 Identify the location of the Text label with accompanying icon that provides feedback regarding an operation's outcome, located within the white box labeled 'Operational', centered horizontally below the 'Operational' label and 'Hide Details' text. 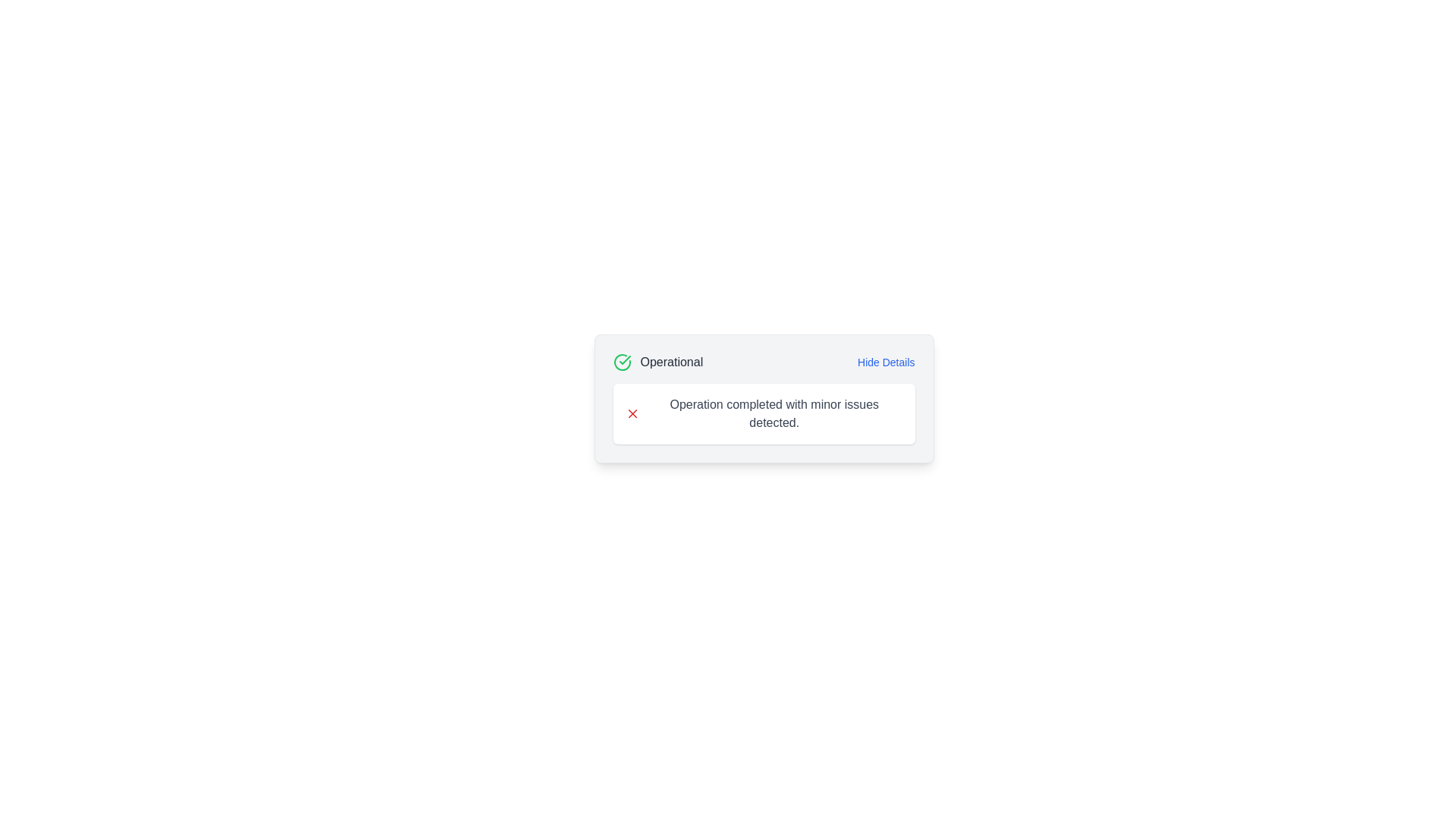
(764, 414).